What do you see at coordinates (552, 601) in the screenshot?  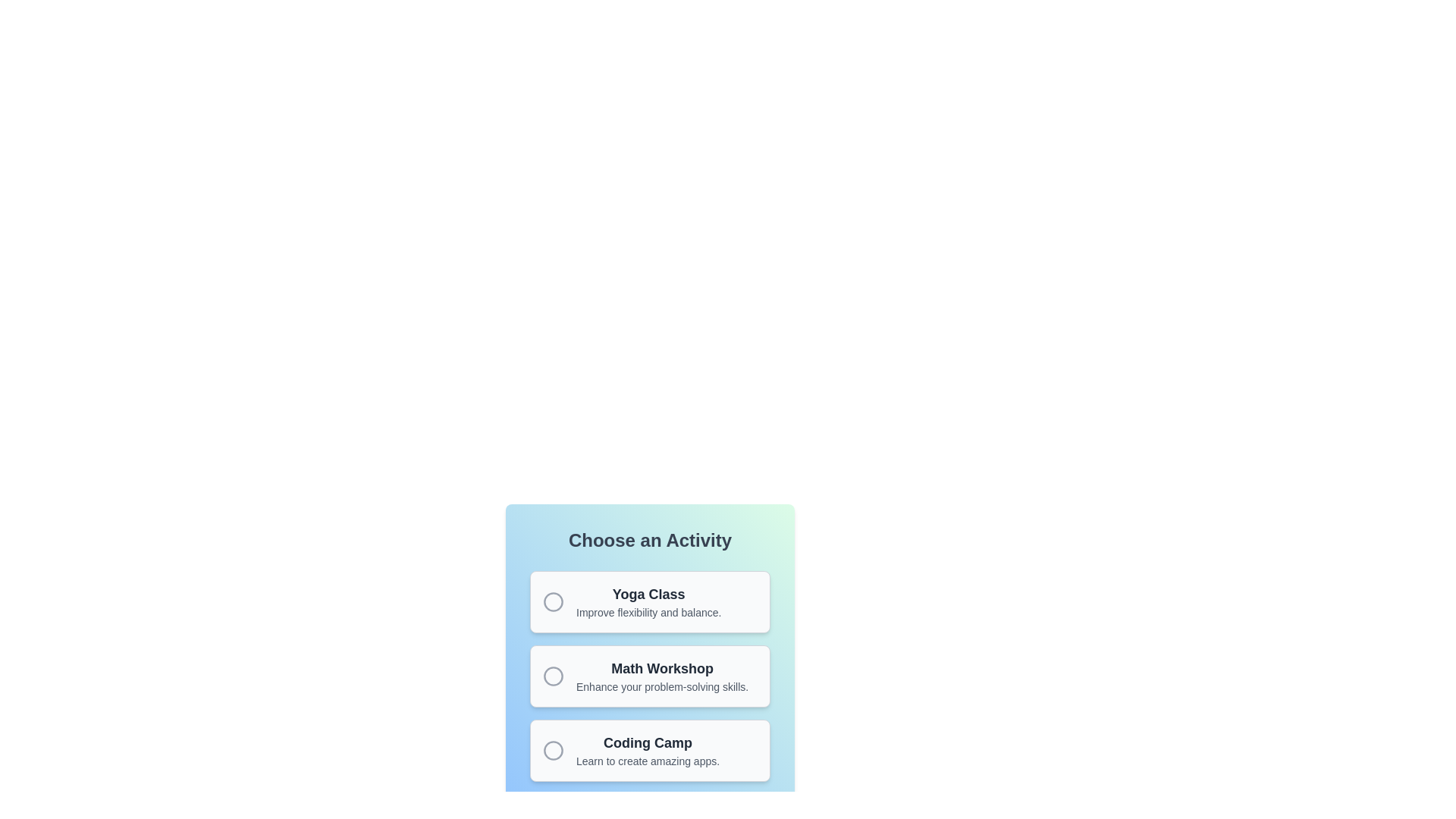 I see `the innermost circular graphic element within the 'Yoga Class' button` at bounding box center [552, 601].